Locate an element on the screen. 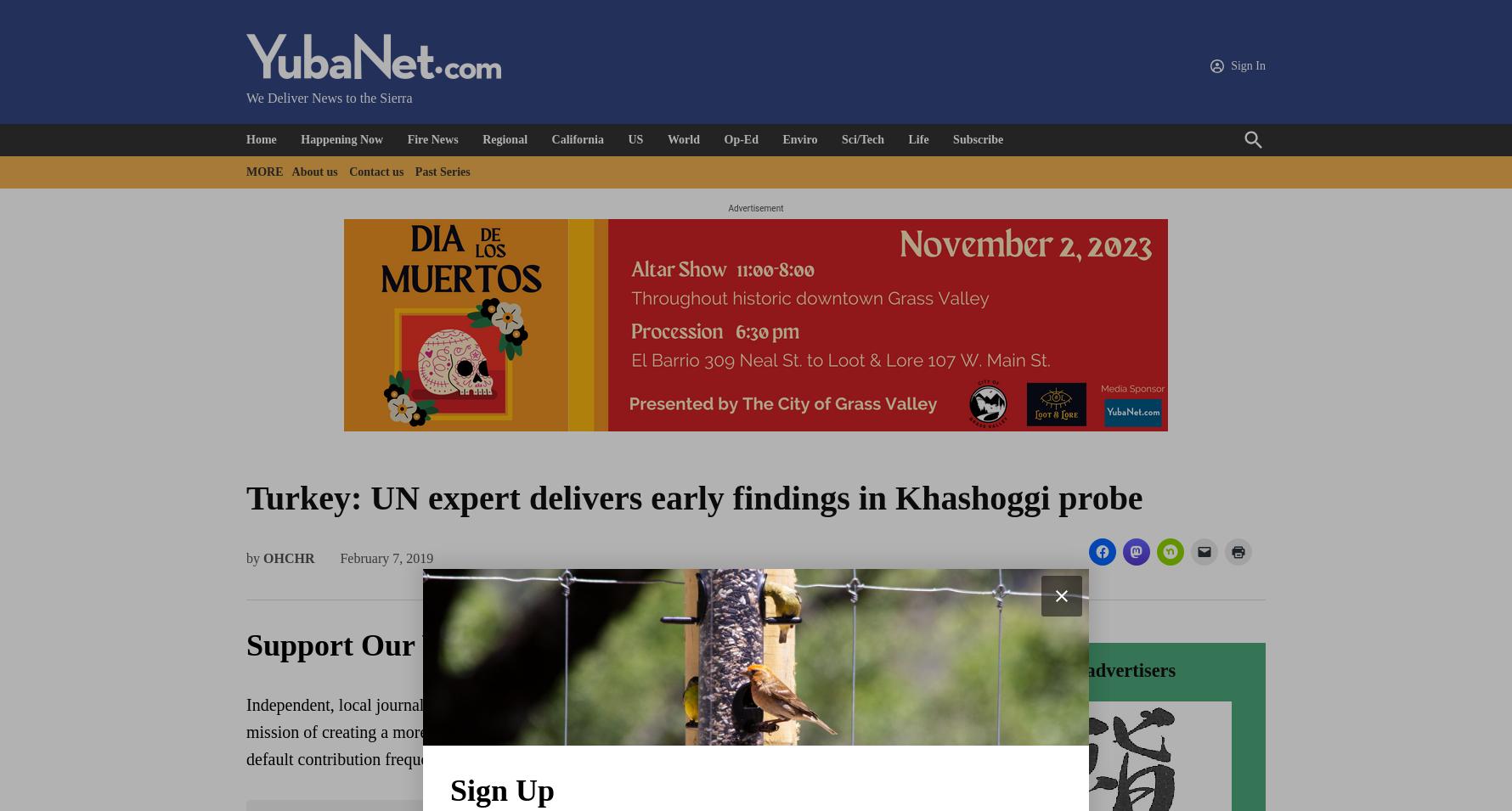 This screenshot has height=811, width=1512. 'OHCHR' is located at coordinates (288, 557).